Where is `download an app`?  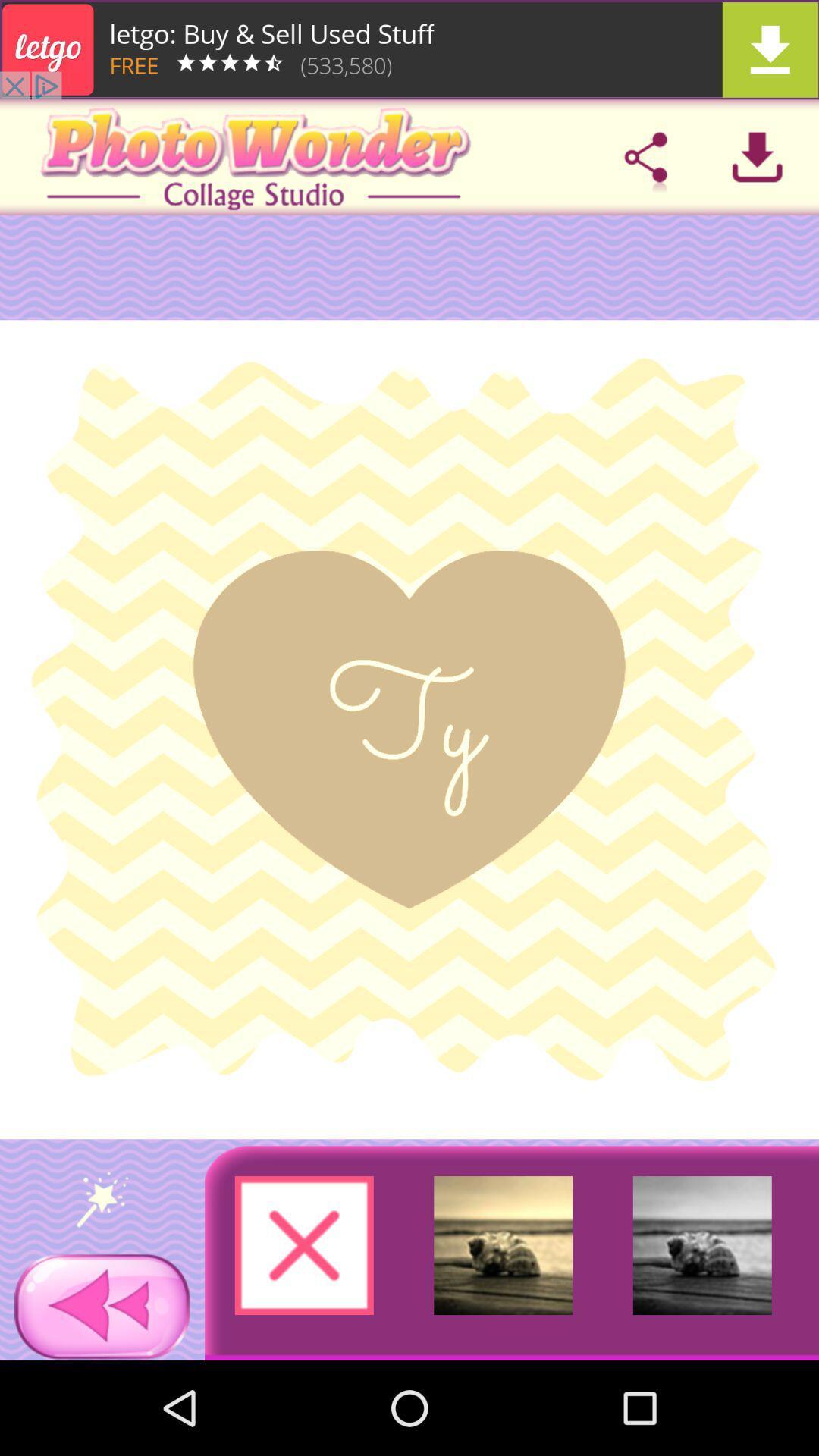 download an app is located at coordinates (757, 157).